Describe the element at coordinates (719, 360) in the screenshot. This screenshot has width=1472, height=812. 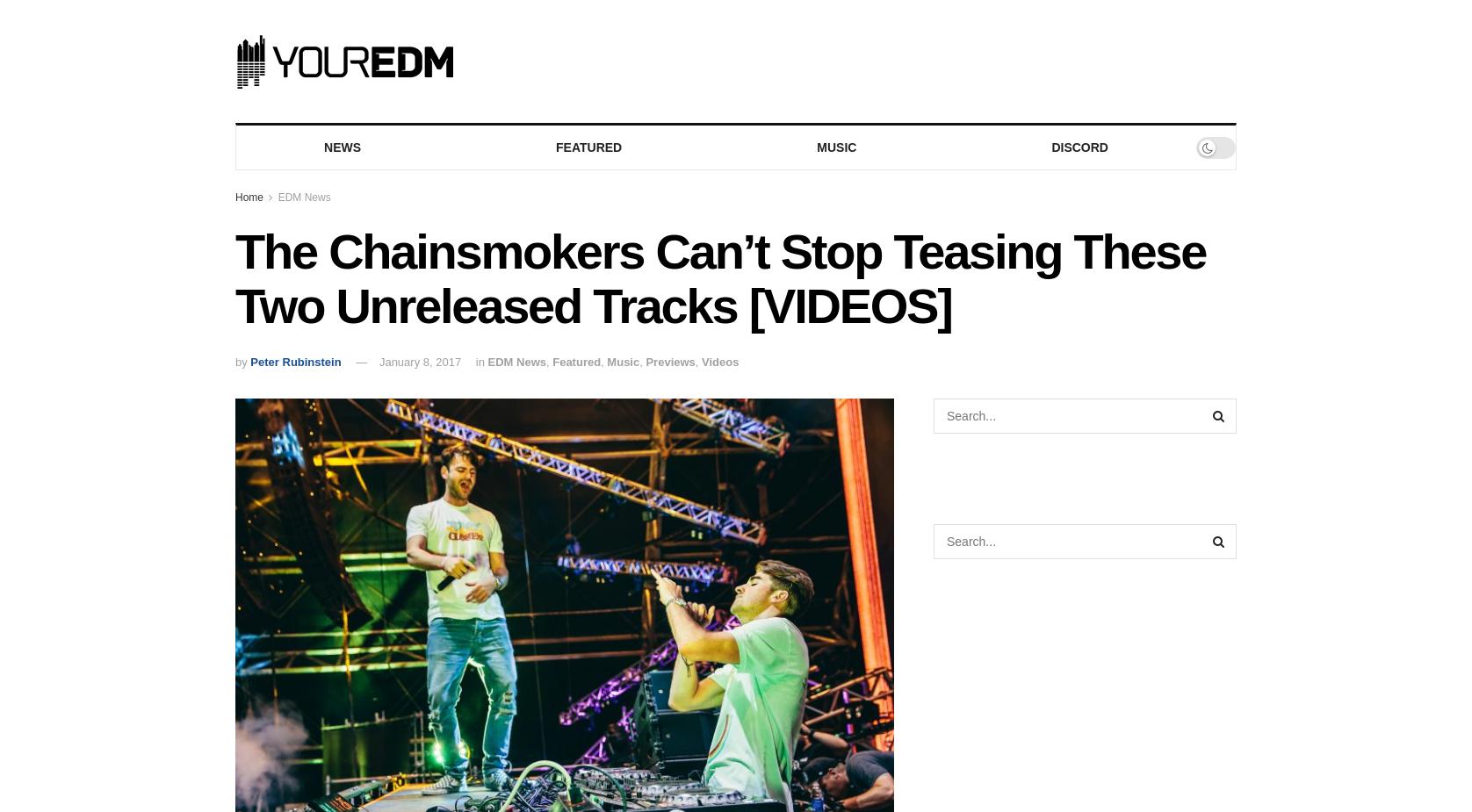
I see `'Videos'` at that location.